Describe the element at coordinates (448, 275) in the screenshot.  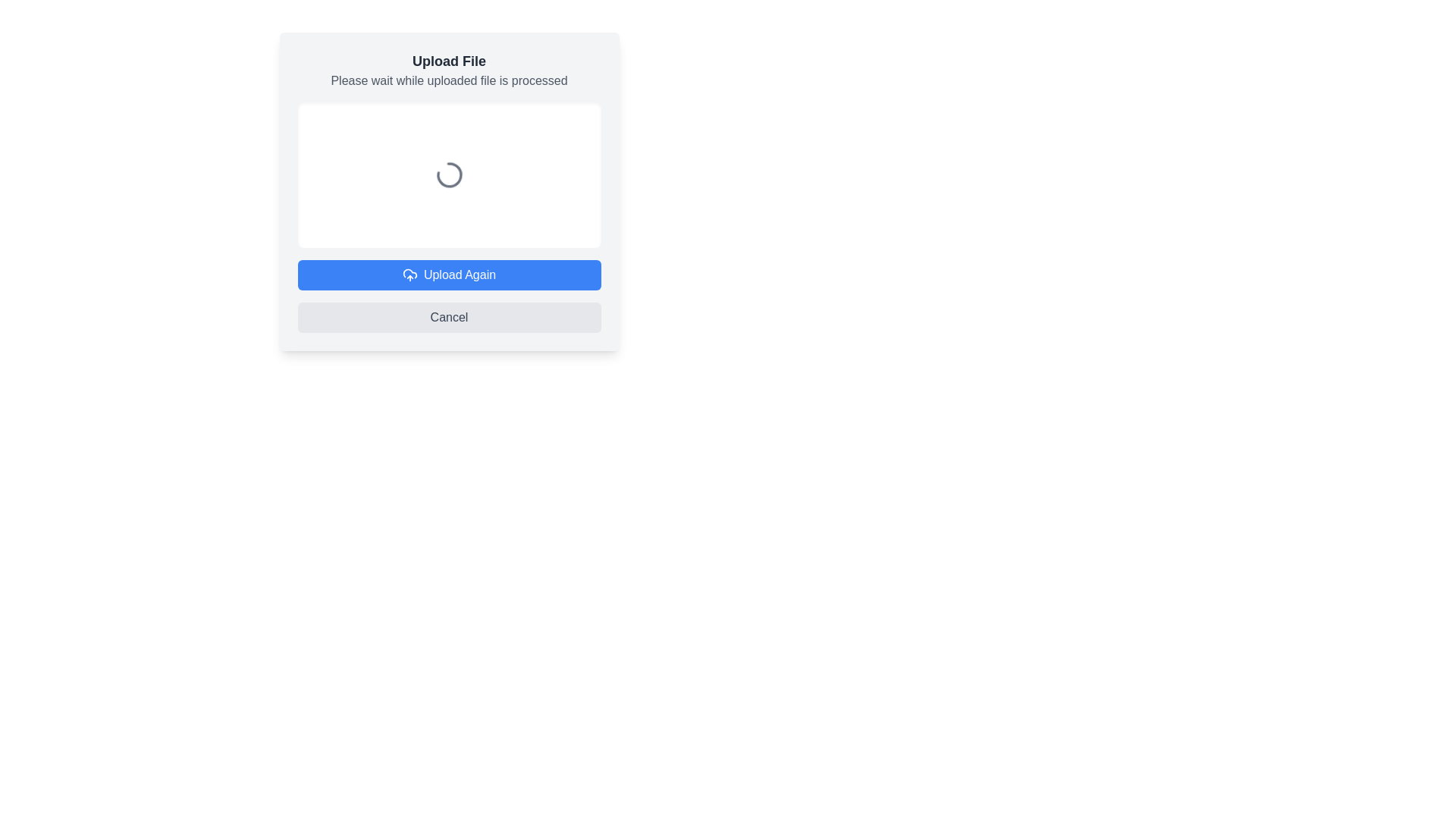
I see `the blue 'Upload Again' button with white text and cloud upload icon to observe any hover effects` at that location.